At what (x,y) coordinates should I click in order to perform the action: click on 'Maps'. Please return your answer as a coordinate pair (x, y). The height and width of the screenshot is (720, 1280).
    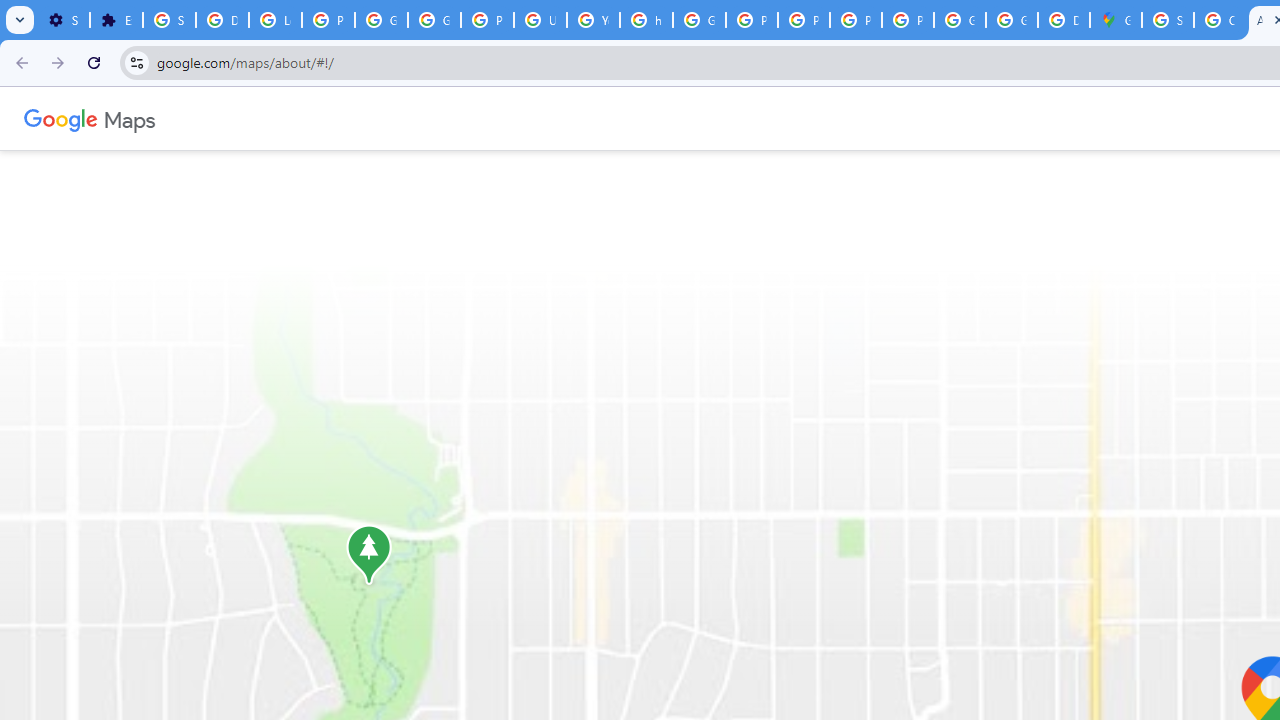
    Looking at the image, I should click on (128, 118).